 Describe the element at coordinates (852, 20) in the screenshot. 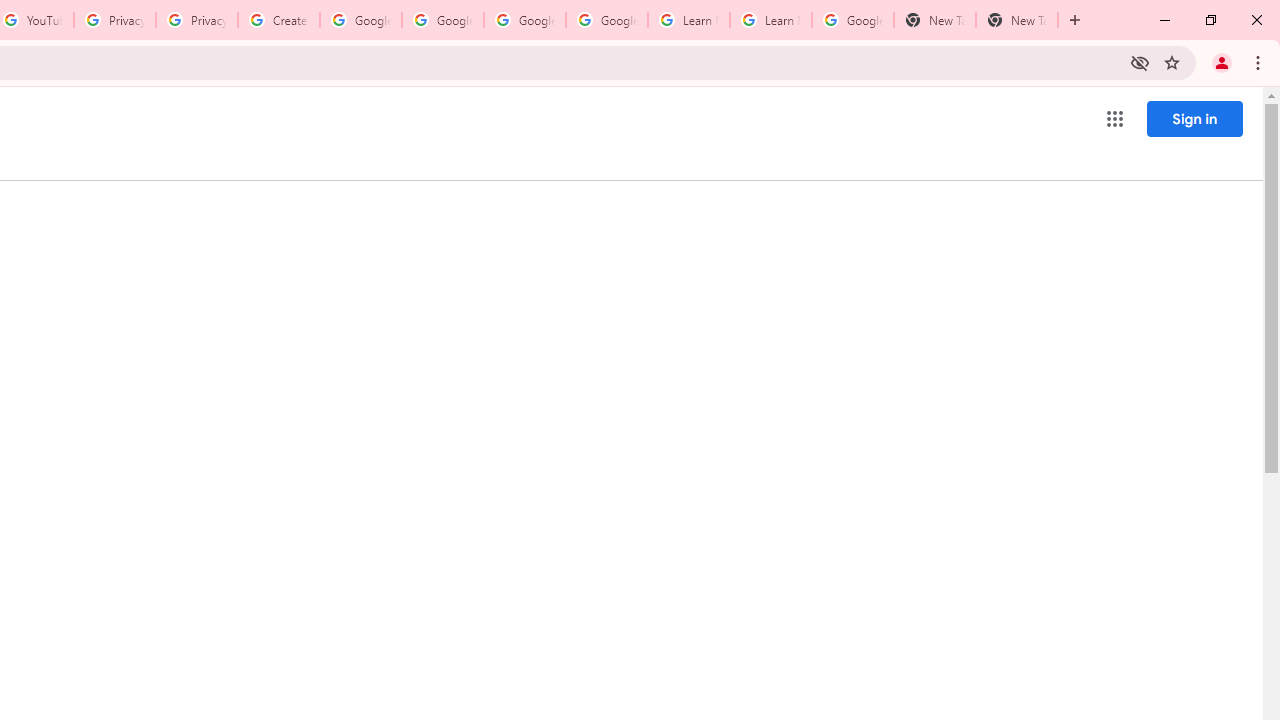

I see `'Google Account'` at that location.